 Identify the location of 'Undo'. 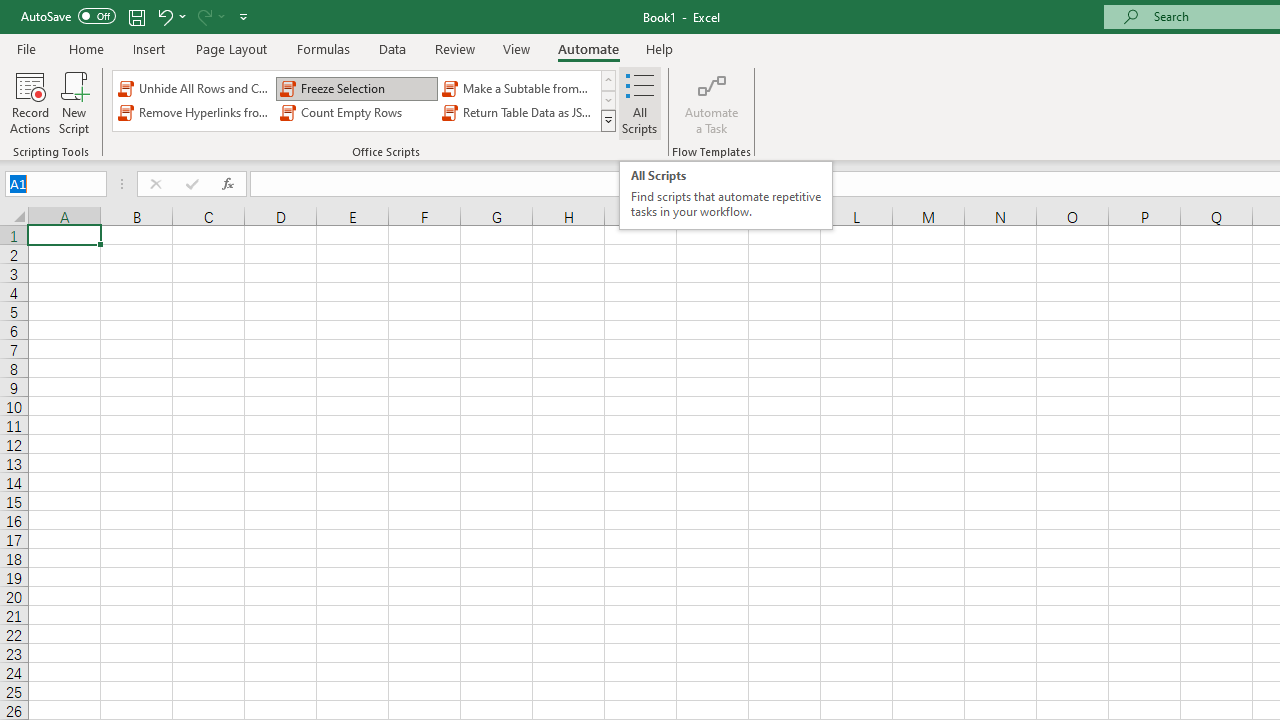
(164, 16).